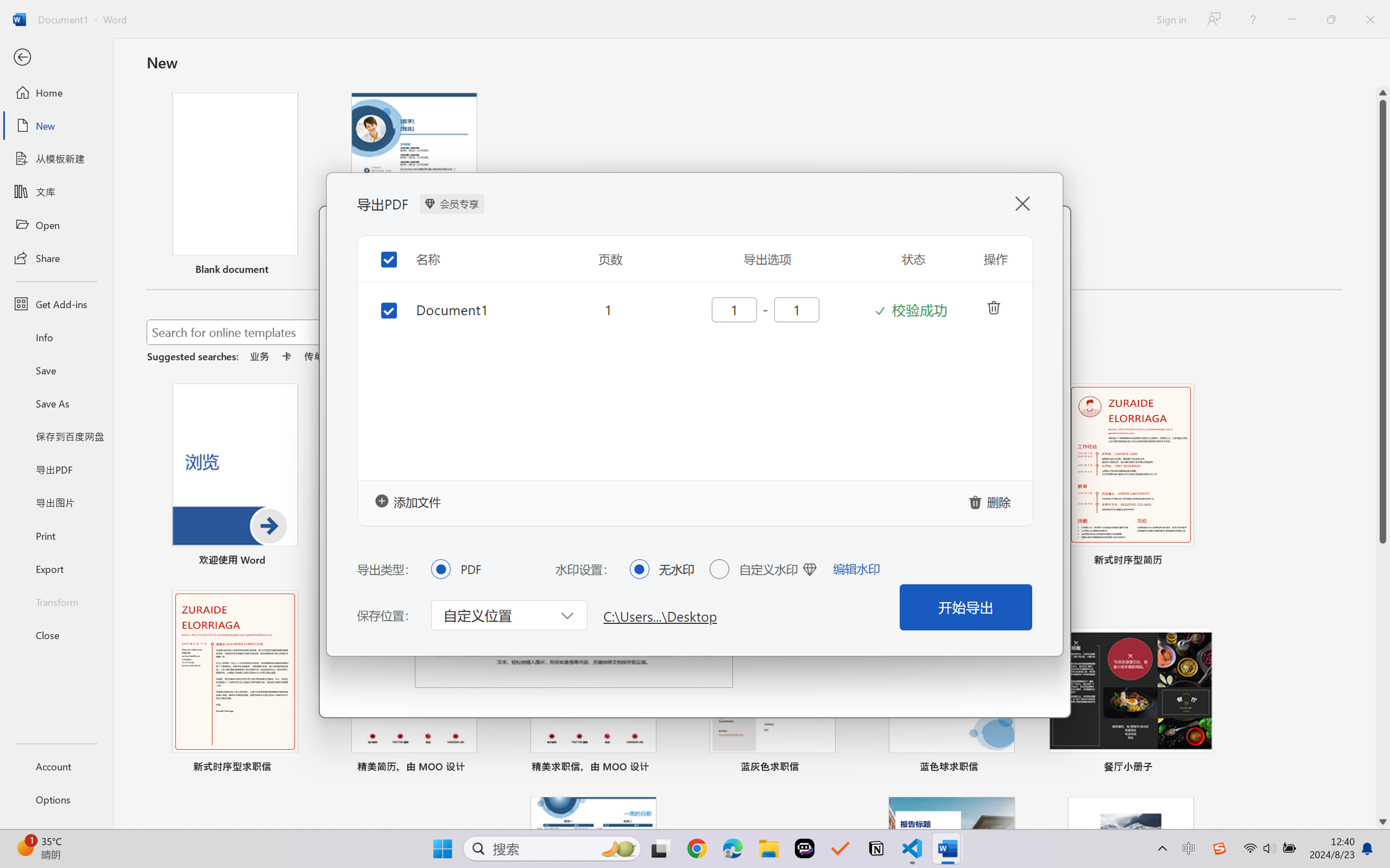 The width and height of the screenshot is (1390, 868). Describe the element at coordinates (56, 766) in the screenshot. I see `'Account'` at that location.